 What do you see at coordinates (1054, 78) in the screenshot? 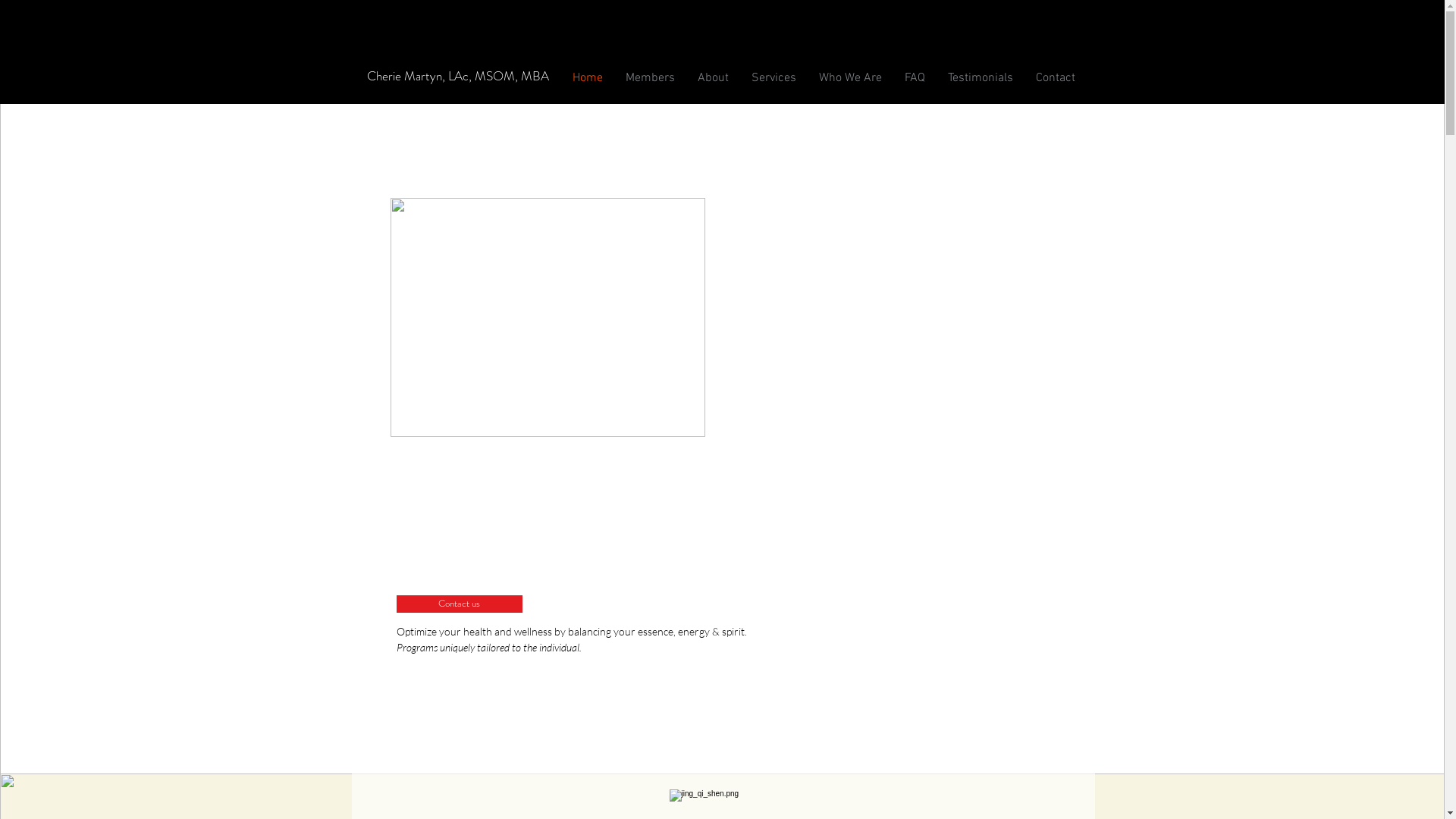
I see `'Contact'` at bounding box center [1054, 78].